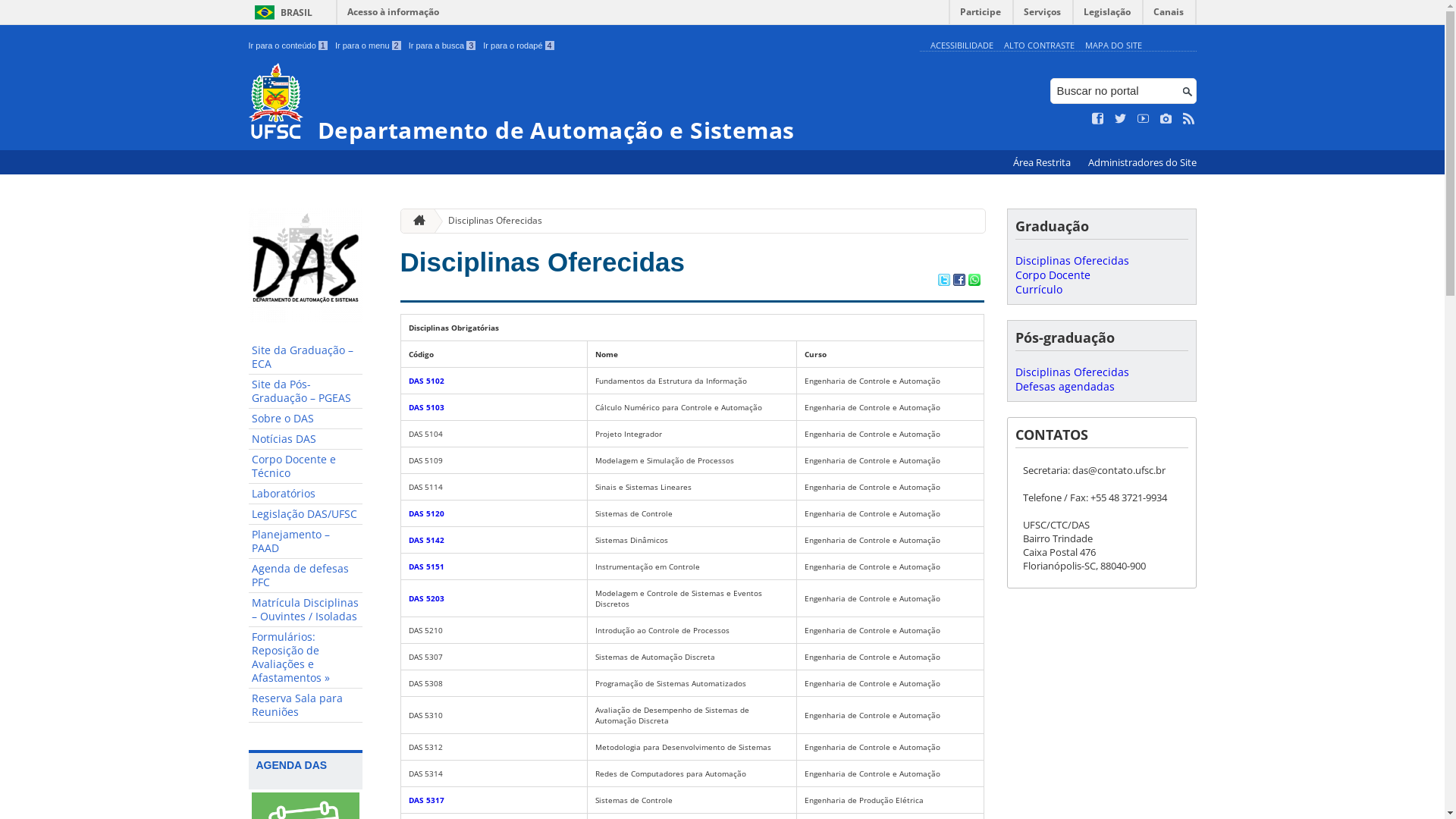  I want to click on 'Corpo Docente', so click(1051, 275).